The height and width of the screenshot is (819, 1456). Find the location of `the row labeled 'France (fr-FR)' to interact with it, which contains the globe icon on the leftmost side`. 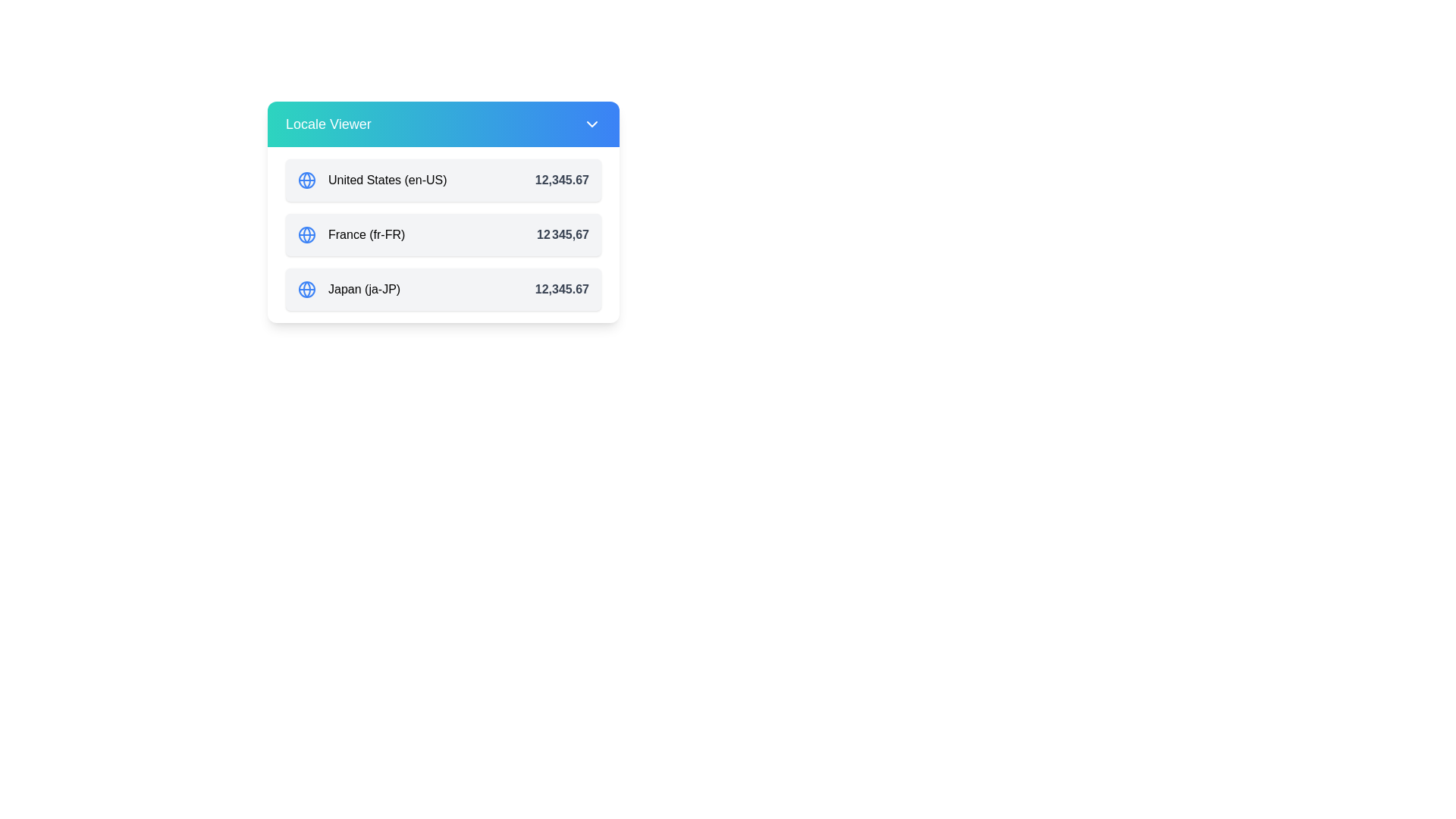

the row labeled 'France (fr-FR)' to interact with it, which contains the globe icon on the leftmost side is located at coordinates (306, 234).